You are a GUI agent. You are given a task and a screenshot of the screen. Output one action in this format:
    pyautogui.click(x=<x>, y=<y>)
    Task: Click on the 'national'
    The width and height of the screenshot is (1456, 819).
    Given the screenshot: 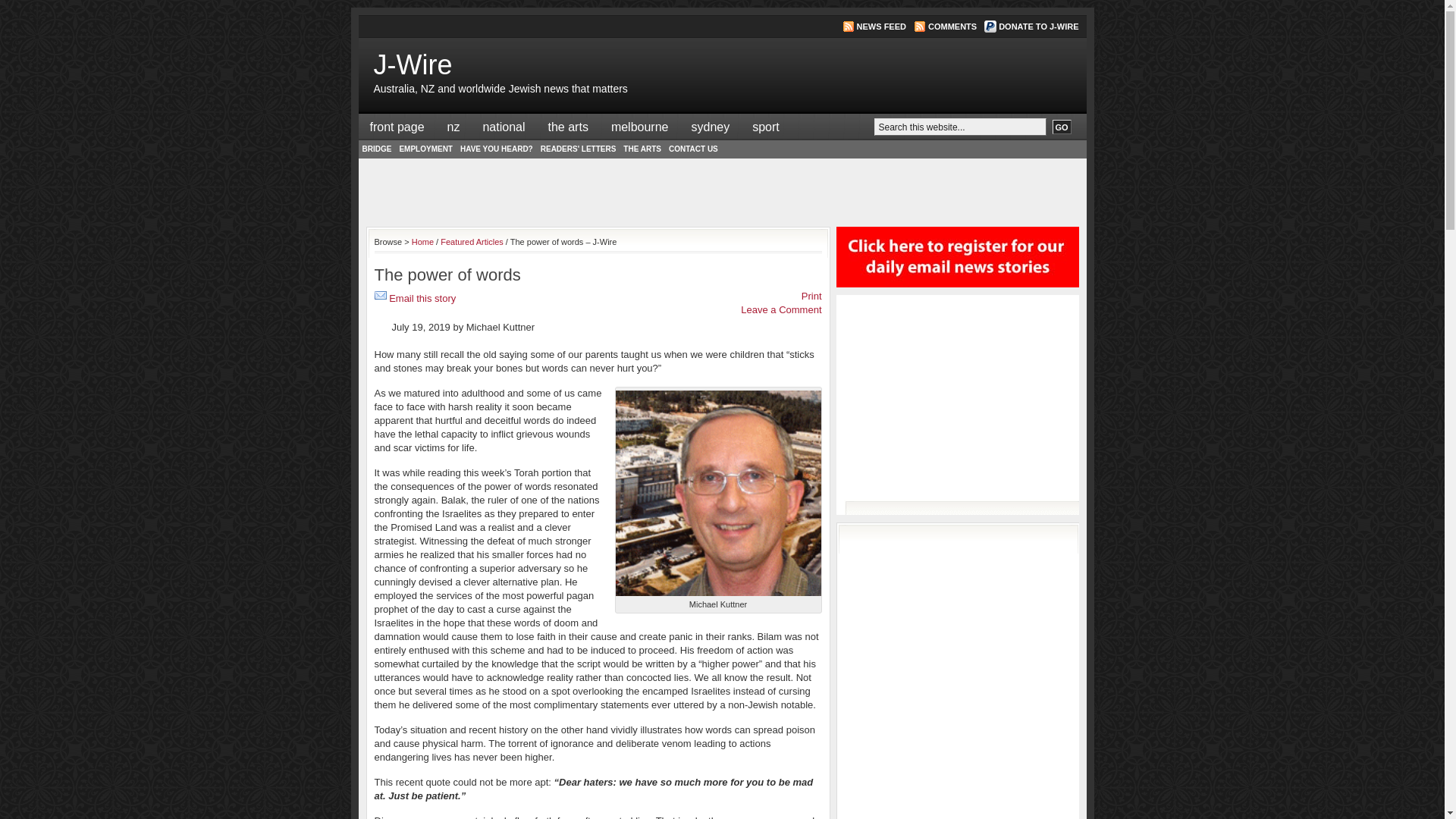 What is the action you would take?
    pyautogui.click(x=503, y=126)
    